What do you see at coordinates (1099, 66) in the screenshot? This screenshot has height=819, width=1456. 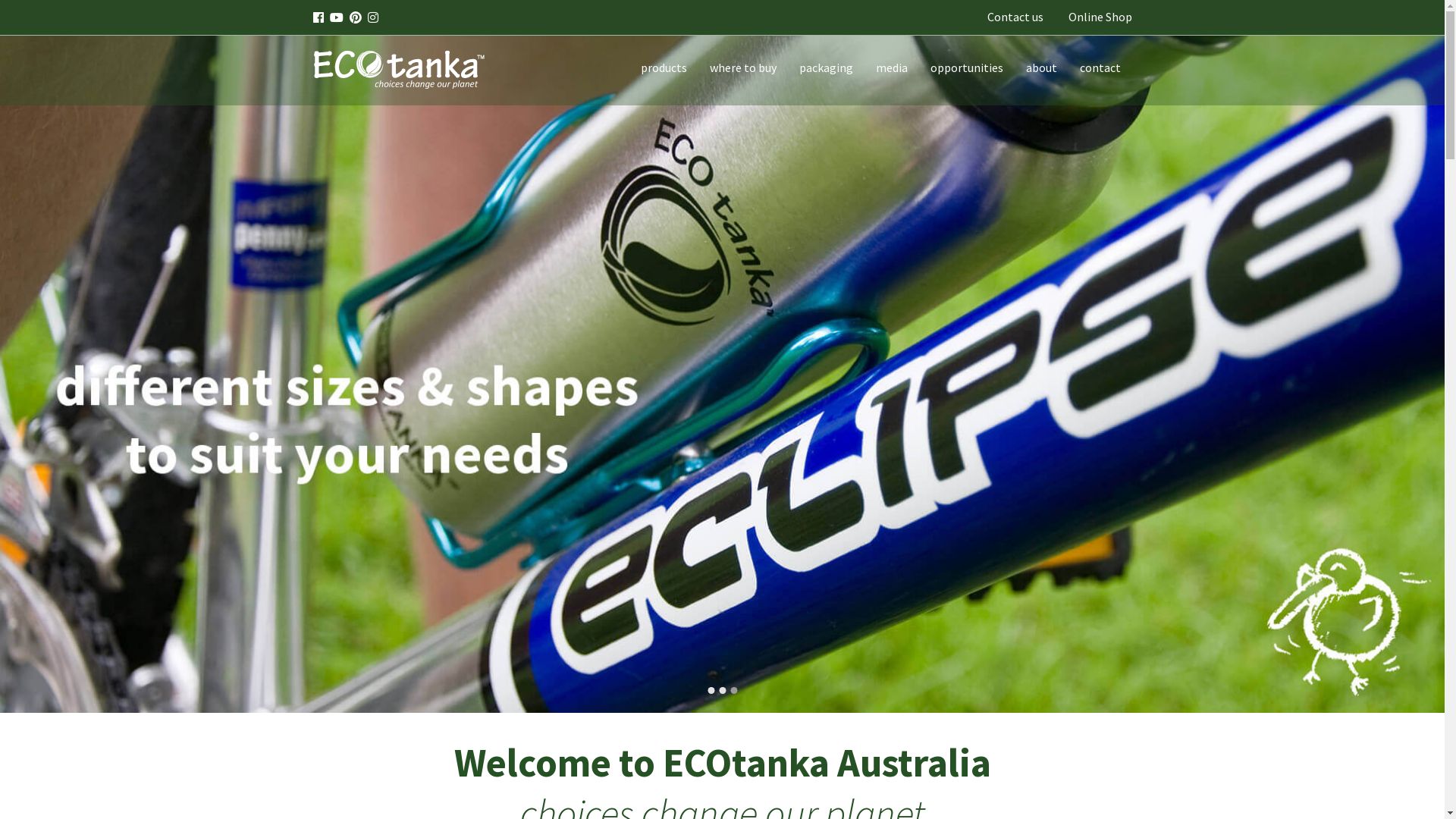 I see `'contact'` at bounding box center [1099, 66].